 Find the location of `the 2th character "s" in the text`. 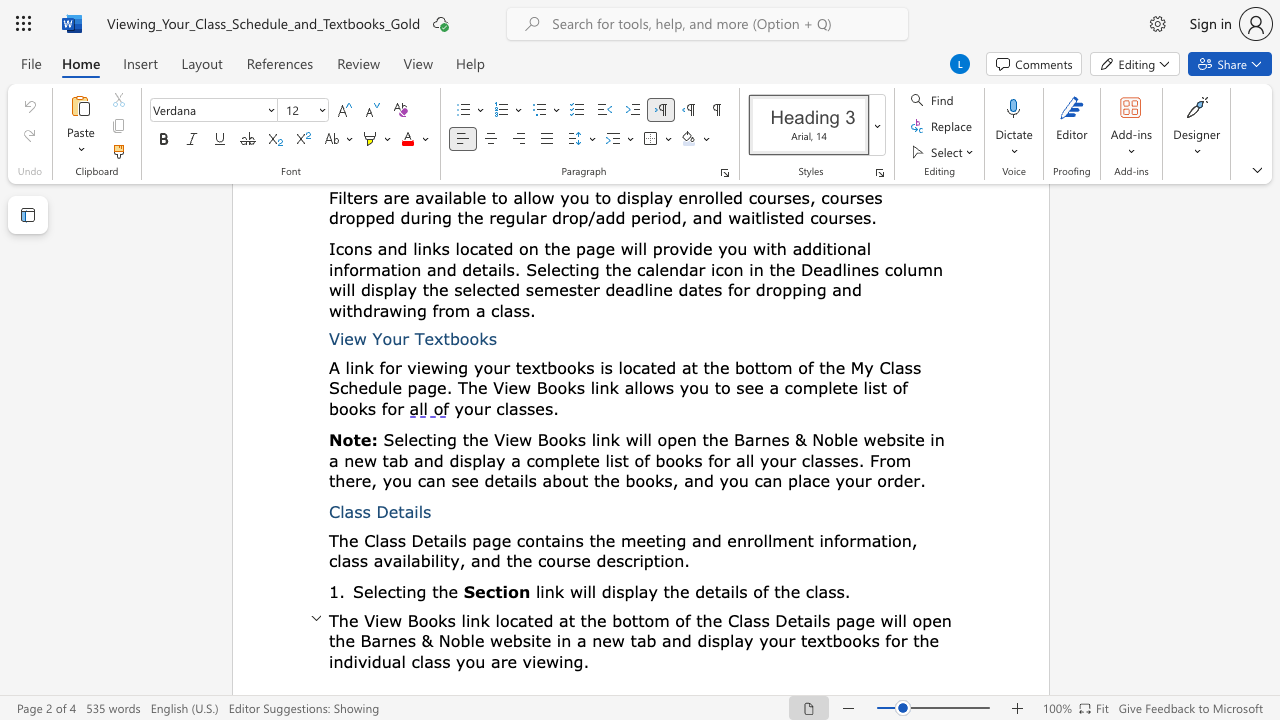

the 2th character "s" in the text is located at coordinates (784, 438).